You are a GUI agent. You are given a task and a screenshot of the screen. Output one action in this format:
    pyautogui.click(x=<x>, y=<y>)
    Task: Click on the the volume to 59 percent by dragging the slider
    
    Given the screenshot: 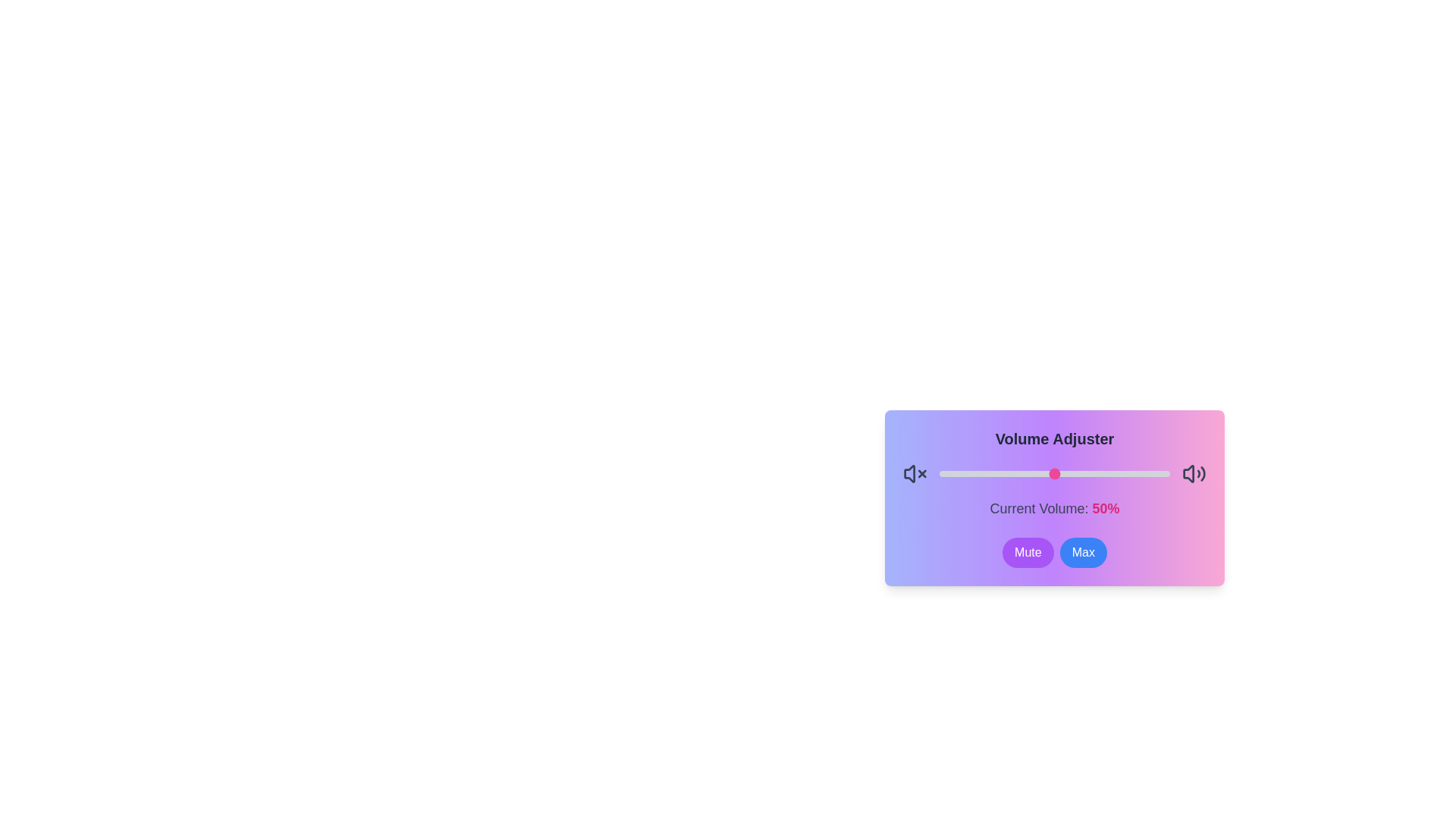 What is the action you would take?
    pyautogui.click(x=1075, y=472)
    